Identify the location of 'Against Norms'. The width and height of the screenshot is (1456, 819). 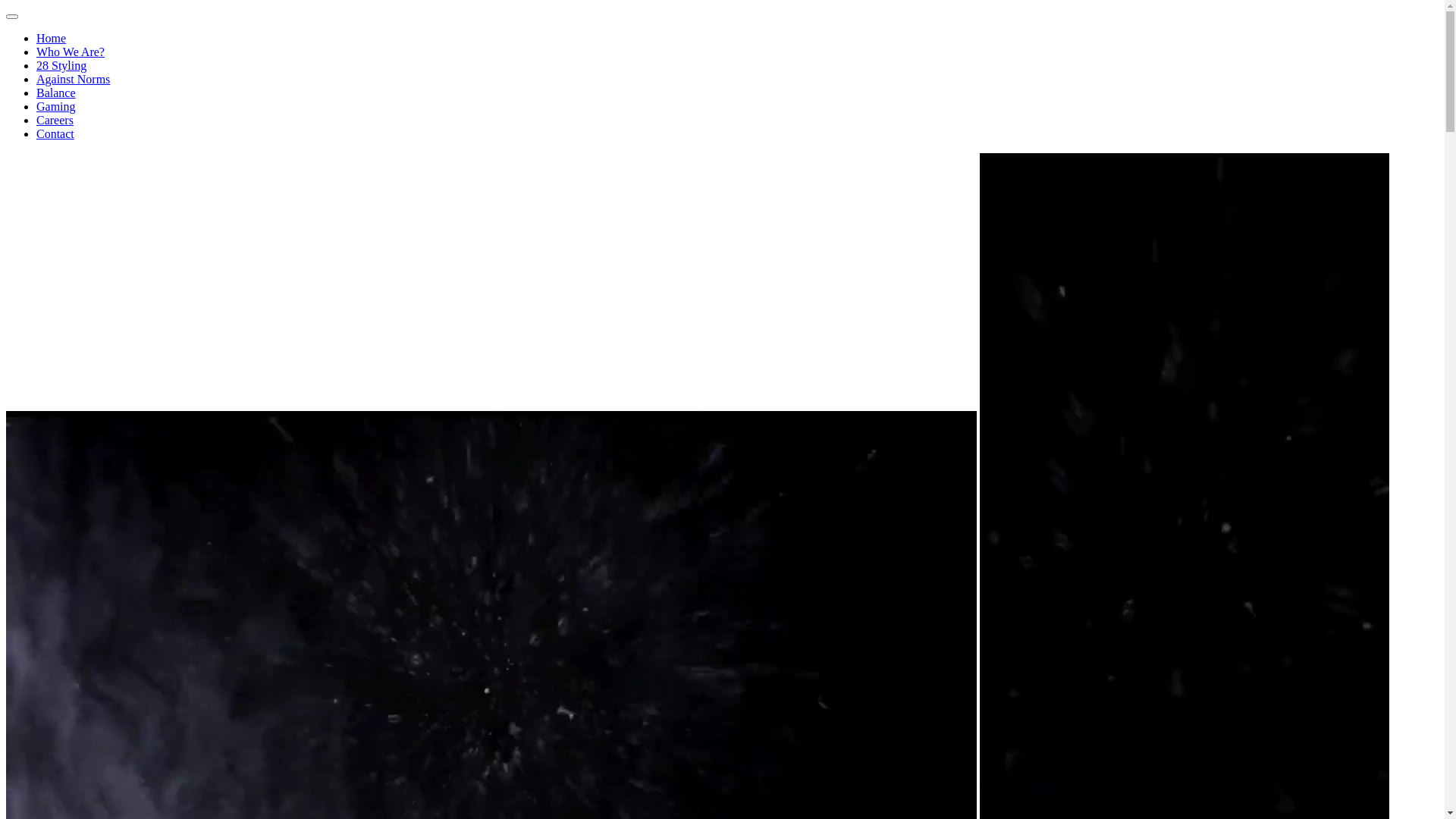
(36, 79).